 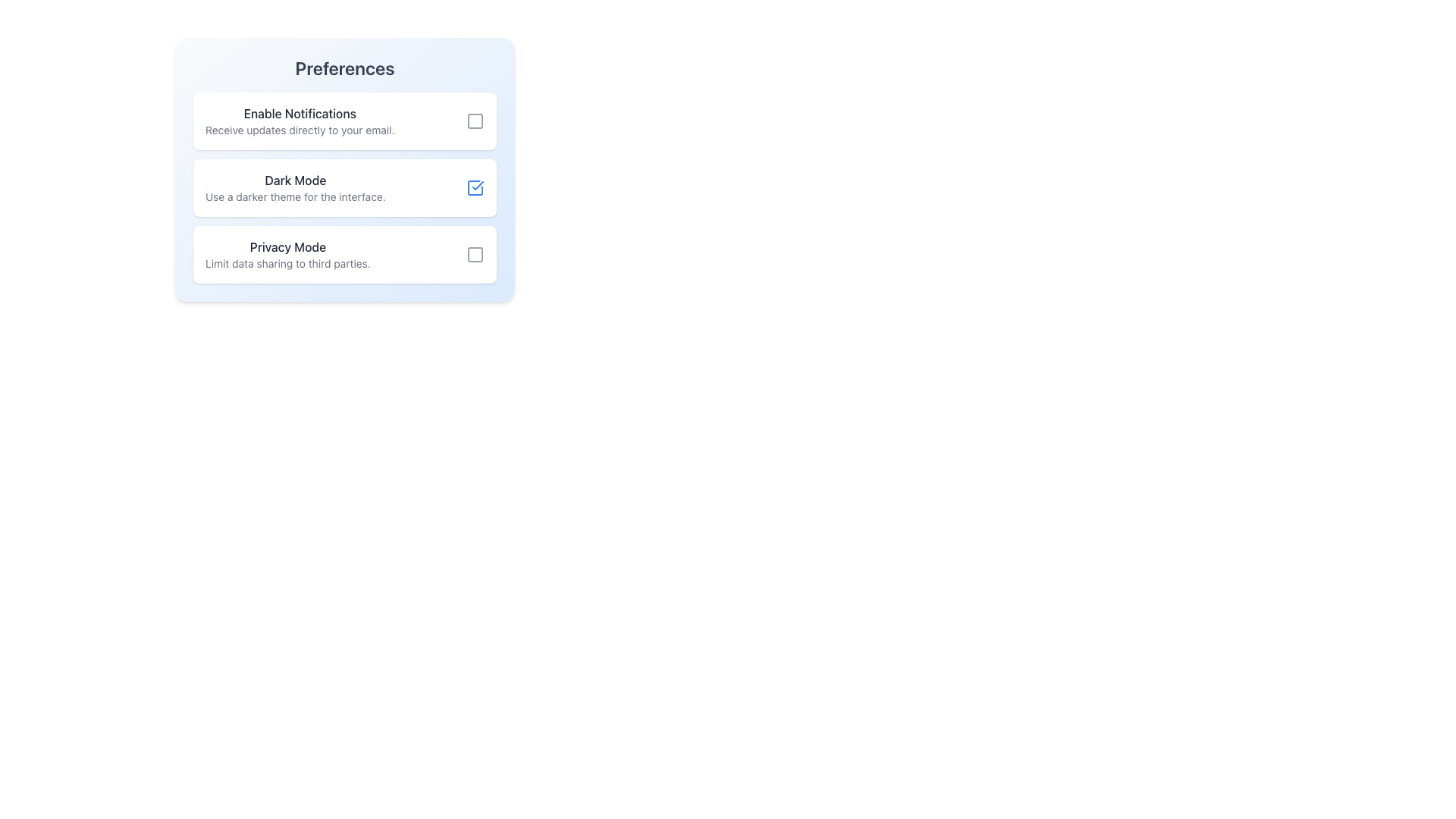 What do you see at coordinates (344, 253) in the screenshot?
I see `the 'Privacy Mode' informational card, which features a title in bold dark text and a checkbox icon on the right side, located in the Preferences section of the settings` at bounding box center [344, 253].